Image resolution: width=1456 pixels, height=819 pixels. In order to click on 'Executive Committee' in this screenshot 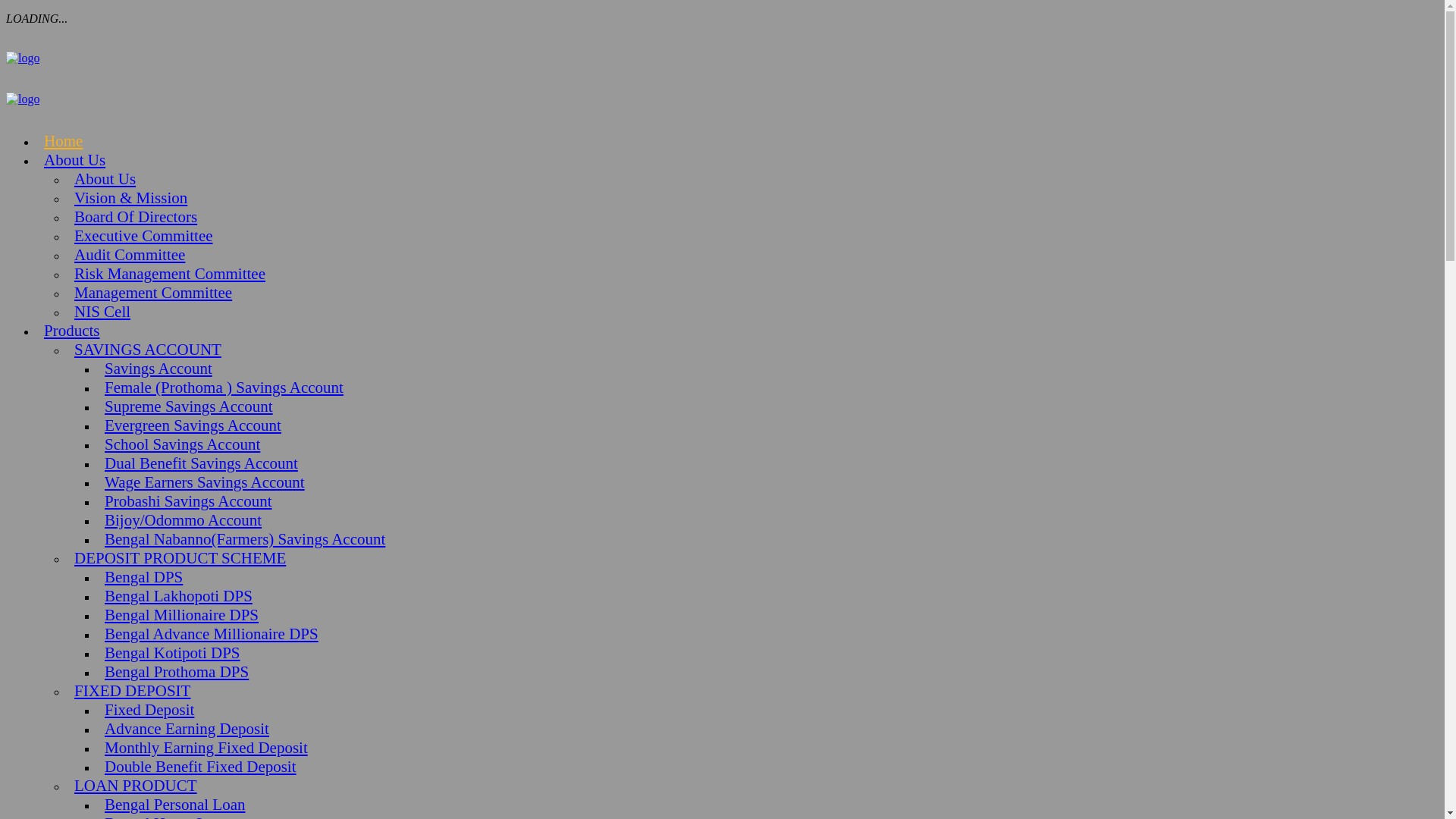, I will do `click(140, 236)`.